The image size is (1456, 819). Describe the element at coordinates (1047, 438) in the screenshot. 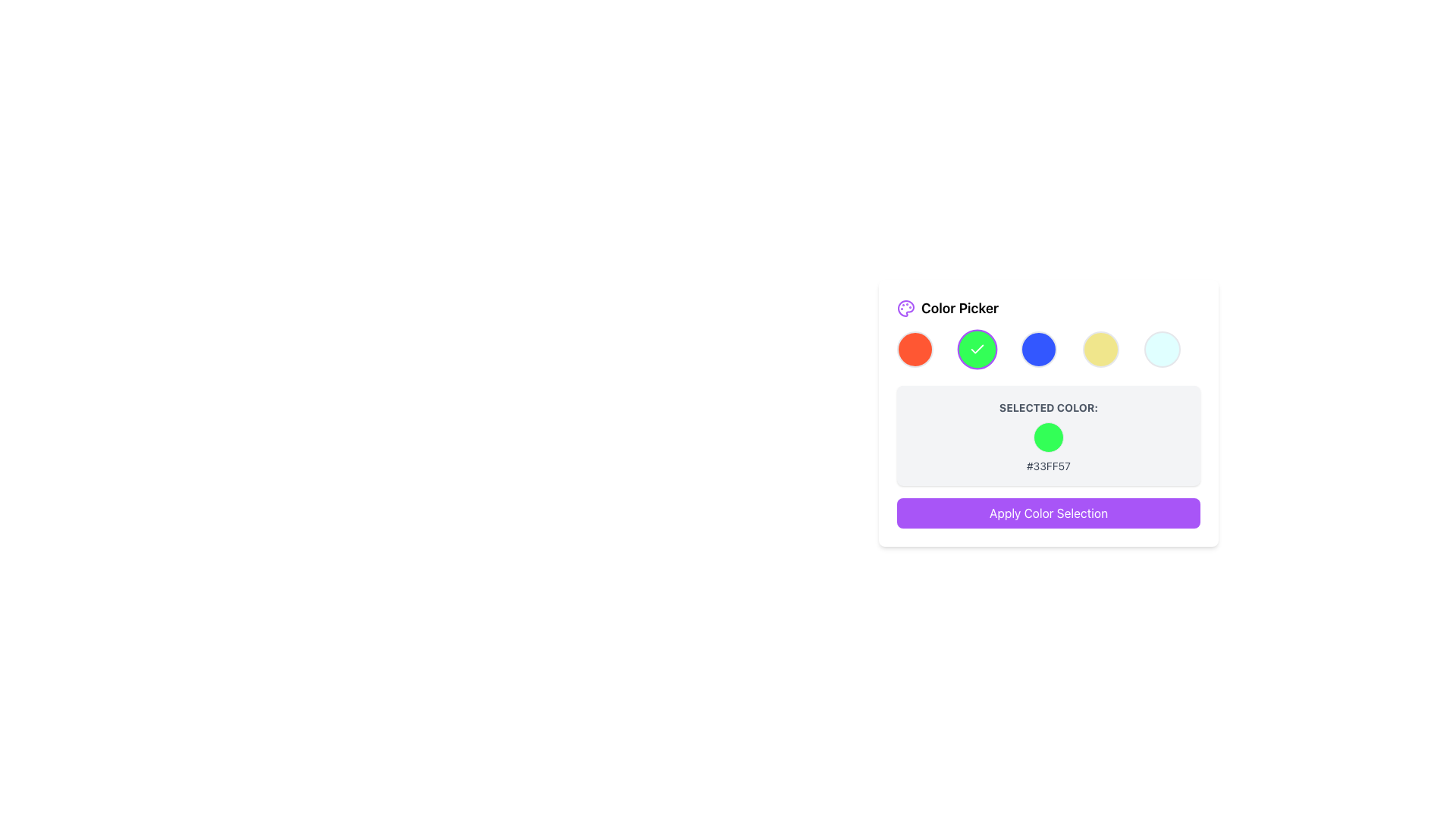

I see `the color of the circular Color Sample Indicator, which is bright green and located within the 'SELECTED COLOR:' section` at that location.